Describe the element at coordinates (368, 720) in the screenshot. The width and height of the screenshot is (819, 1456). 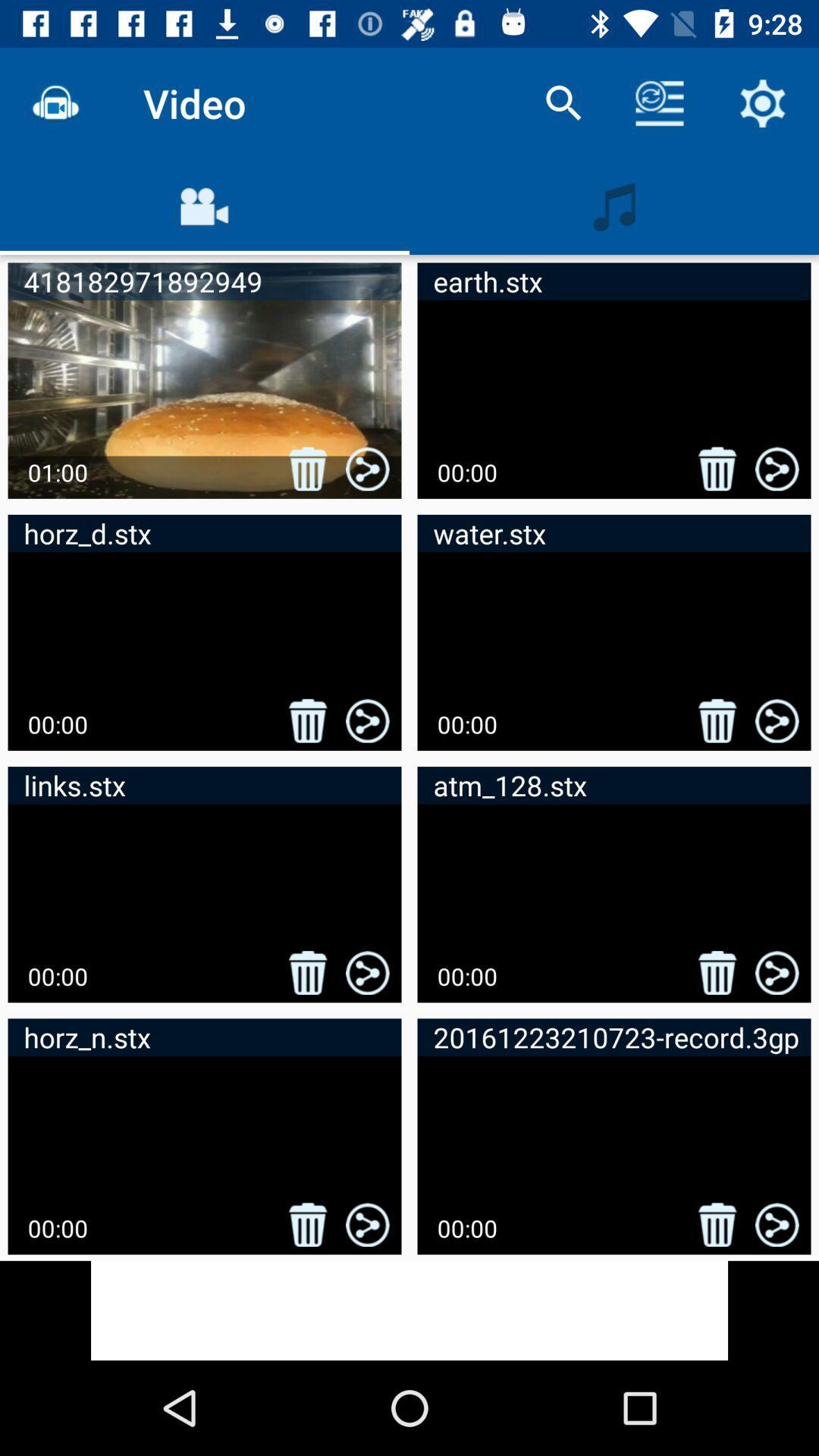
I see `the second row first image of share logo` at that location.